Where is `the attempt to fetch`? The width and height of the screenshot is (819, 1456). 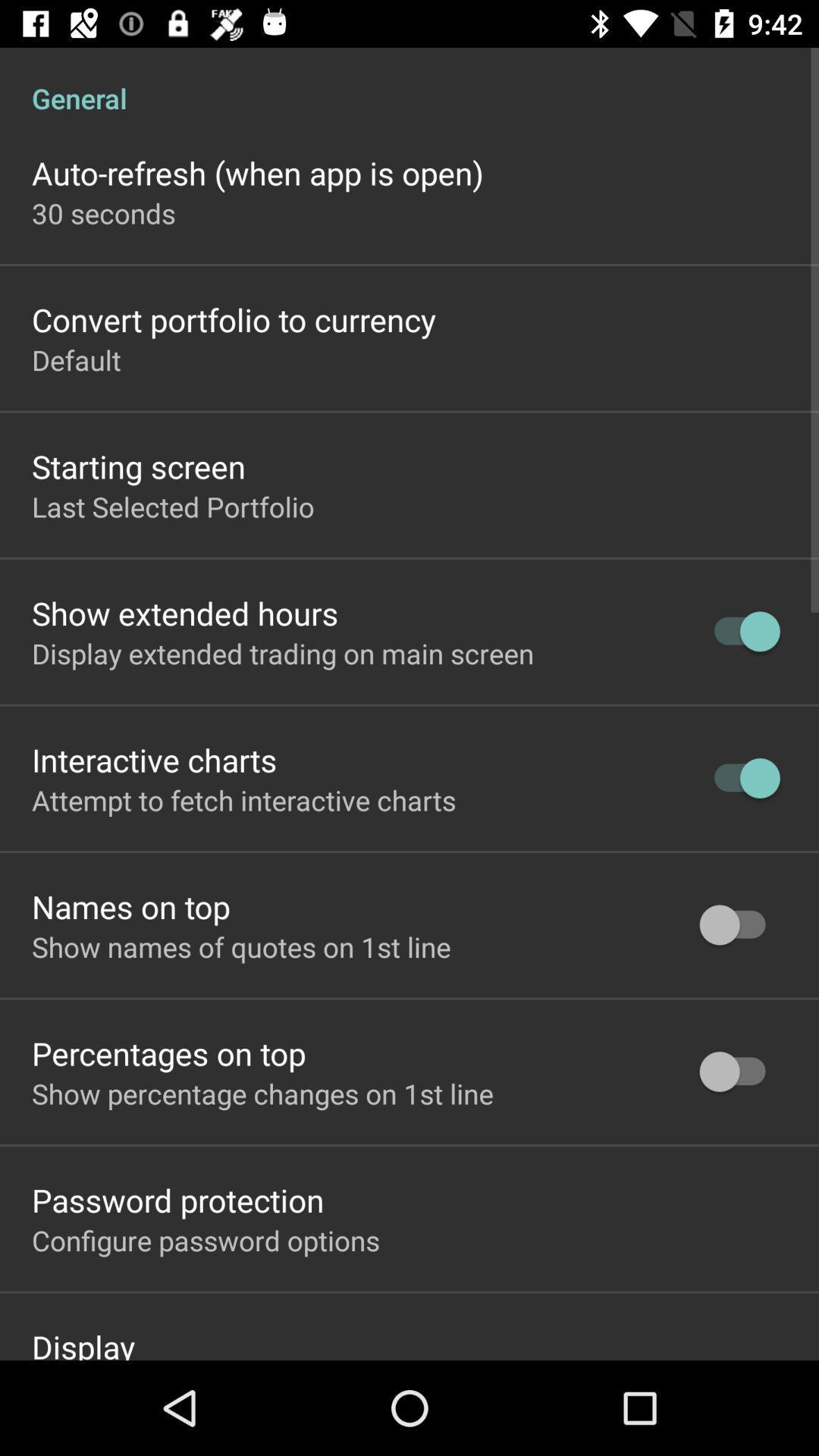
the attempt to fetch is located at coordinates (243, 799).